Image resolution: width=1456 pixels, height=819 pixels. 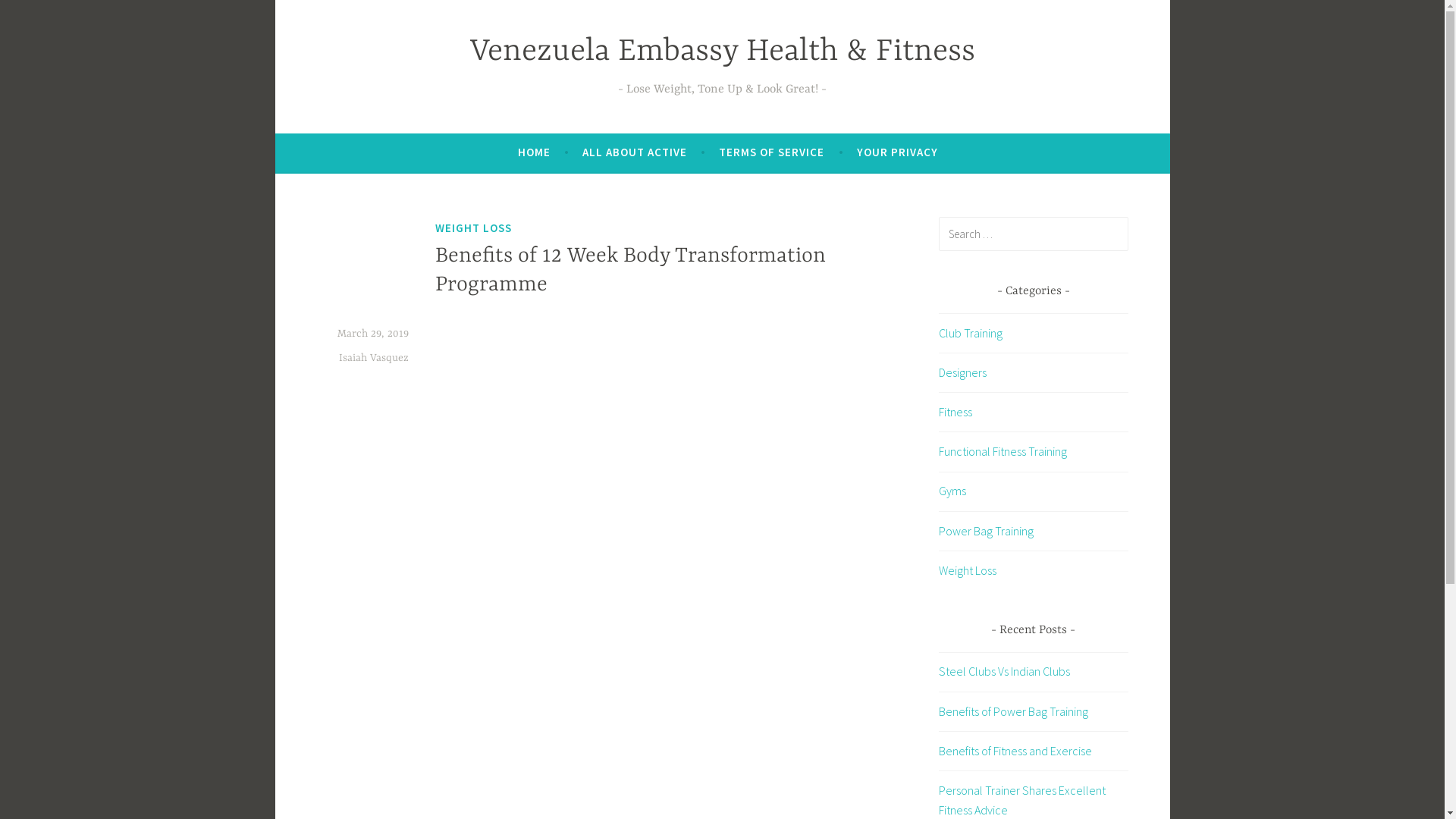 What do you see at coordinates (986, 529) in the screenshot?
I see `'Power Bag Training'` at bounding box center [986, 529].